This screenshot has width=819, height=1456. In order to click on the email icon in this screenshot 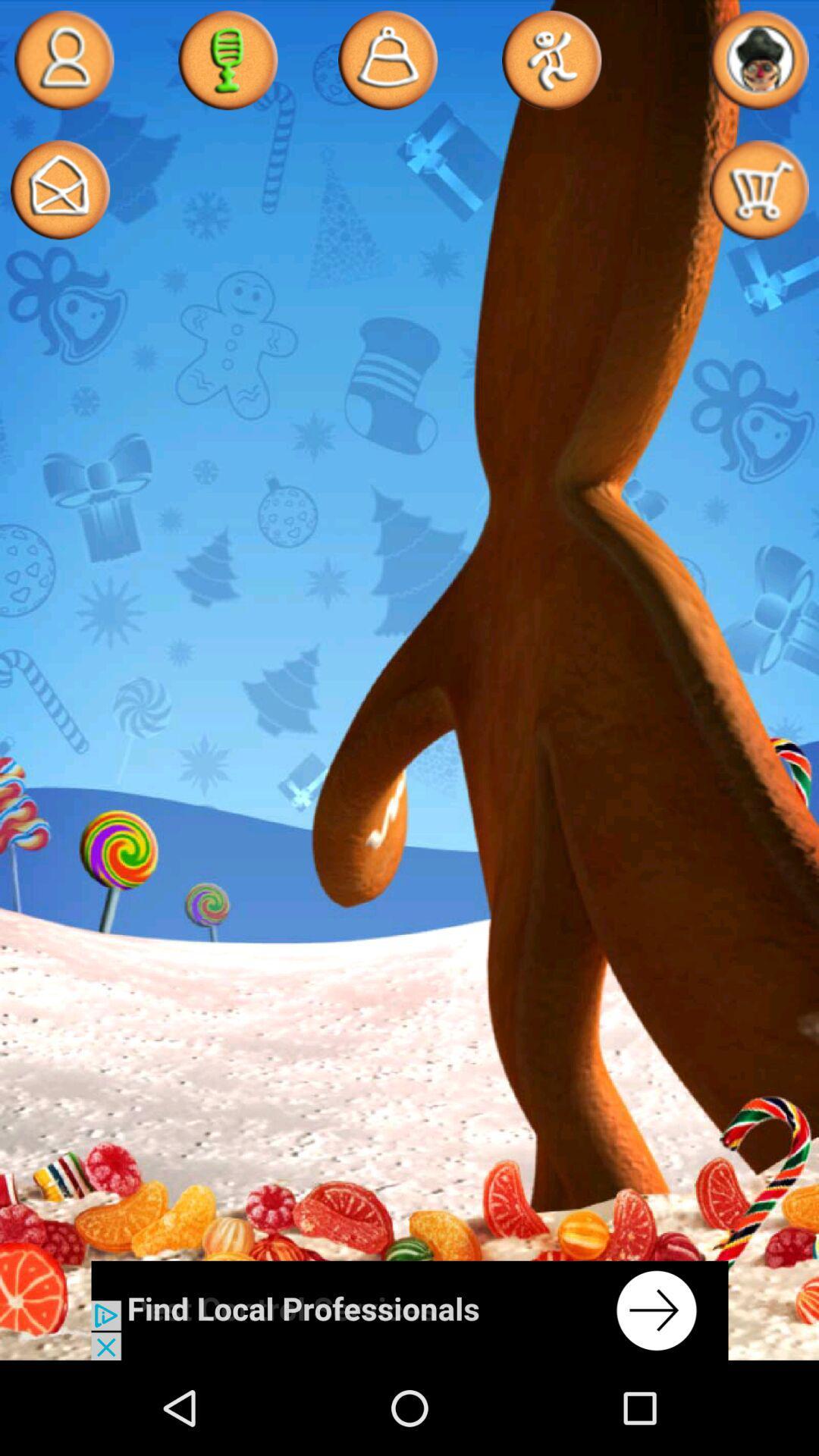, I will do `click(59, 202)`.